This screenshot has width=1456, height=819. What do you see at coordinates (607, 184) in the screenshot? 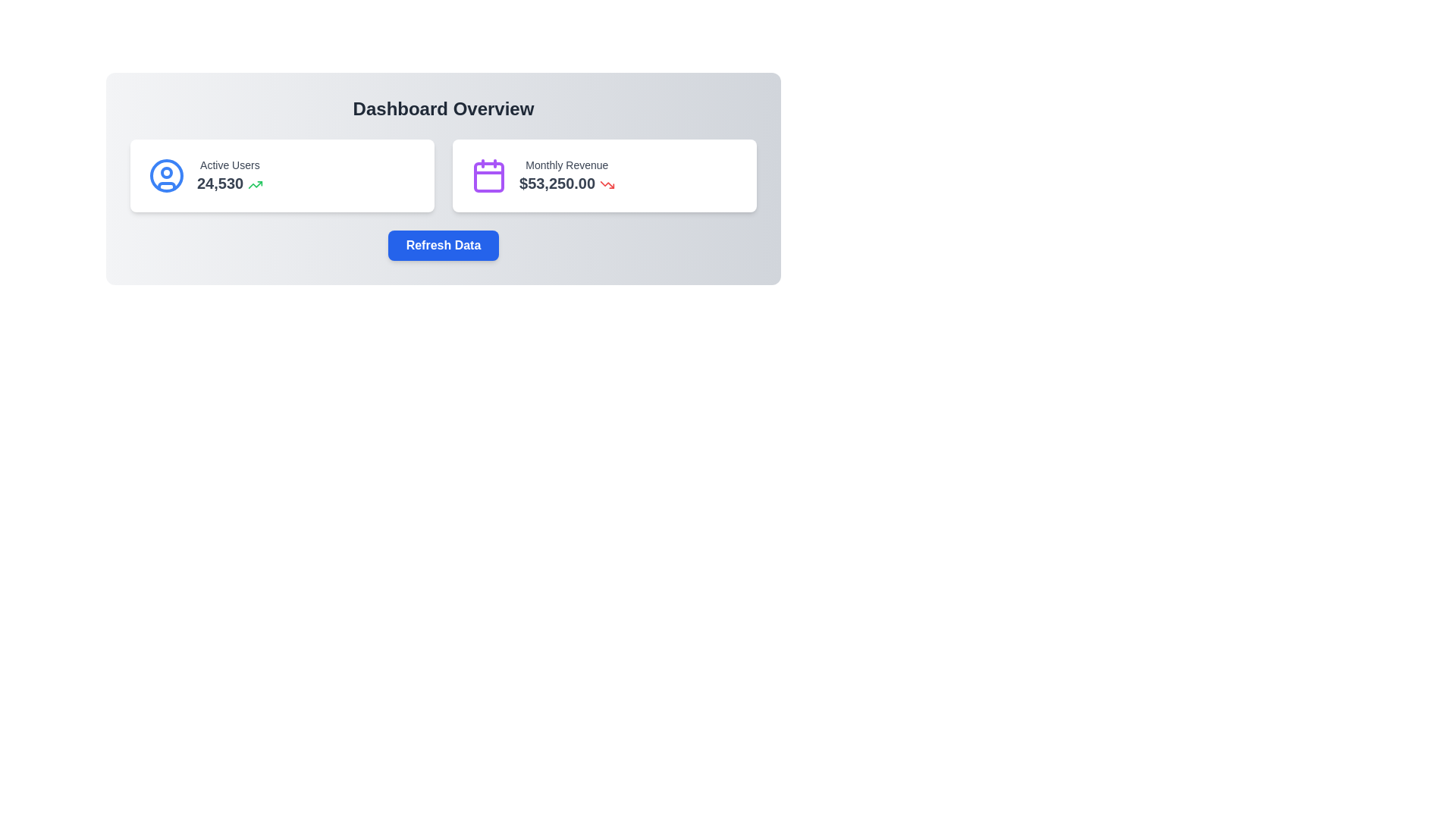
I see `the downward trending red arrow SVG icon located in the top-right corner of the 'Monthly Revenue' section on the dashboard, indicating a decrease or reduction` at bounding box center [607, 184].